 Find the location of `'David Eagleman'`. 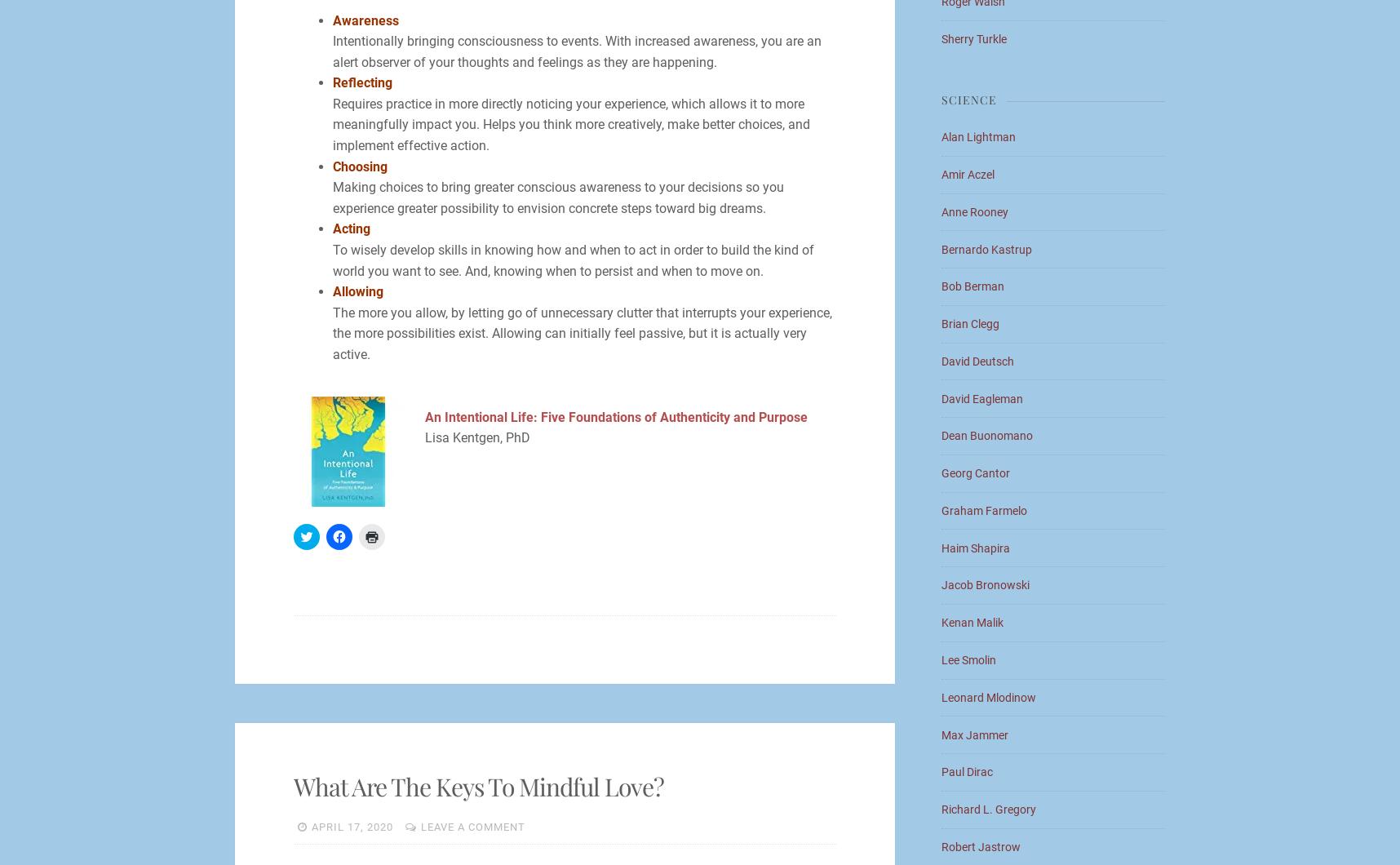

'David Eagleman' is located at coordinates (981, 397).